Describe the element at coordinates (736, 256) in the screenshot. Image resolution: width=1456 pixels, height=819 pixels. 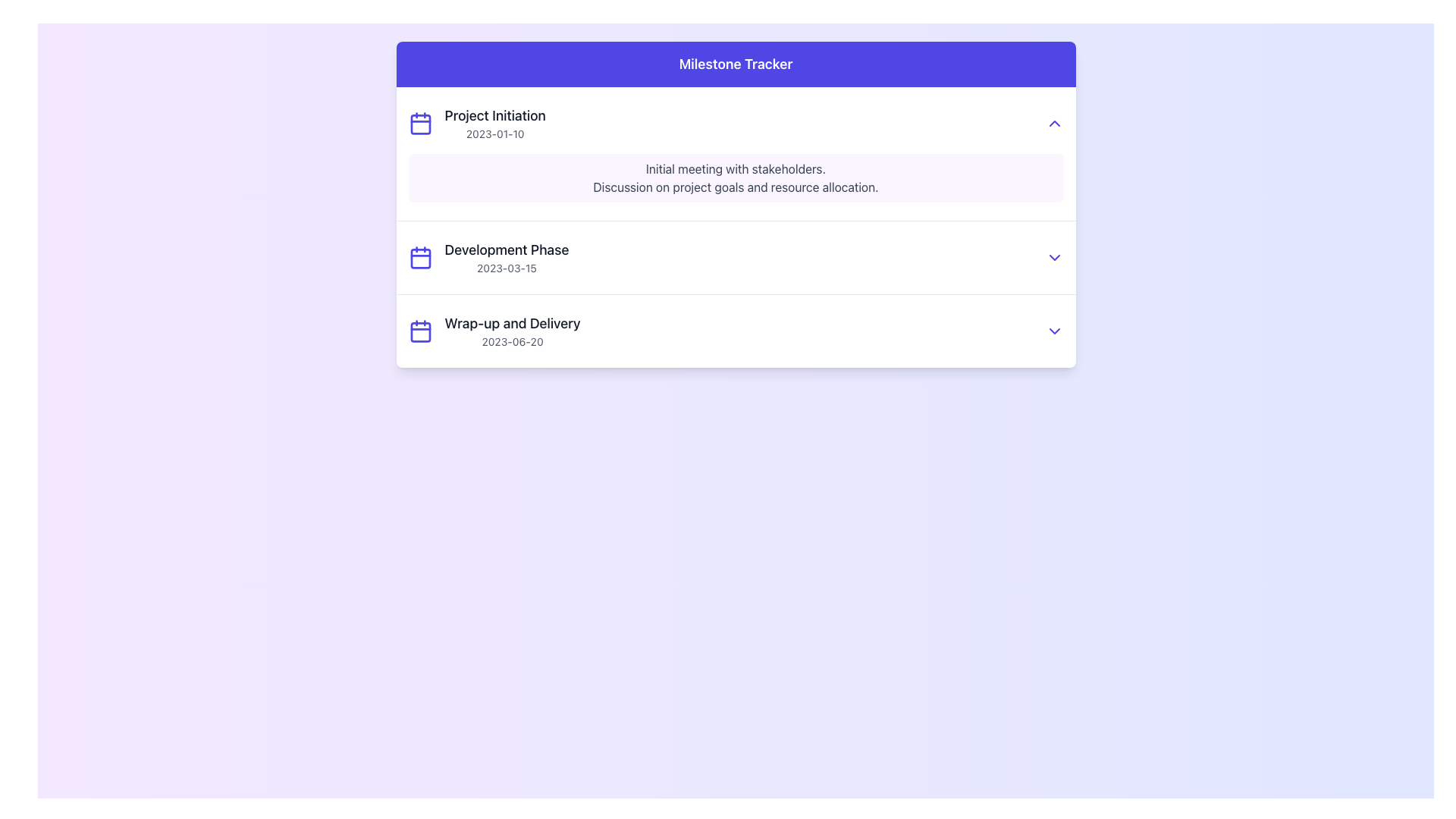
I see `the arrow of the 'Development Phase' dropdown toggle` at that location.